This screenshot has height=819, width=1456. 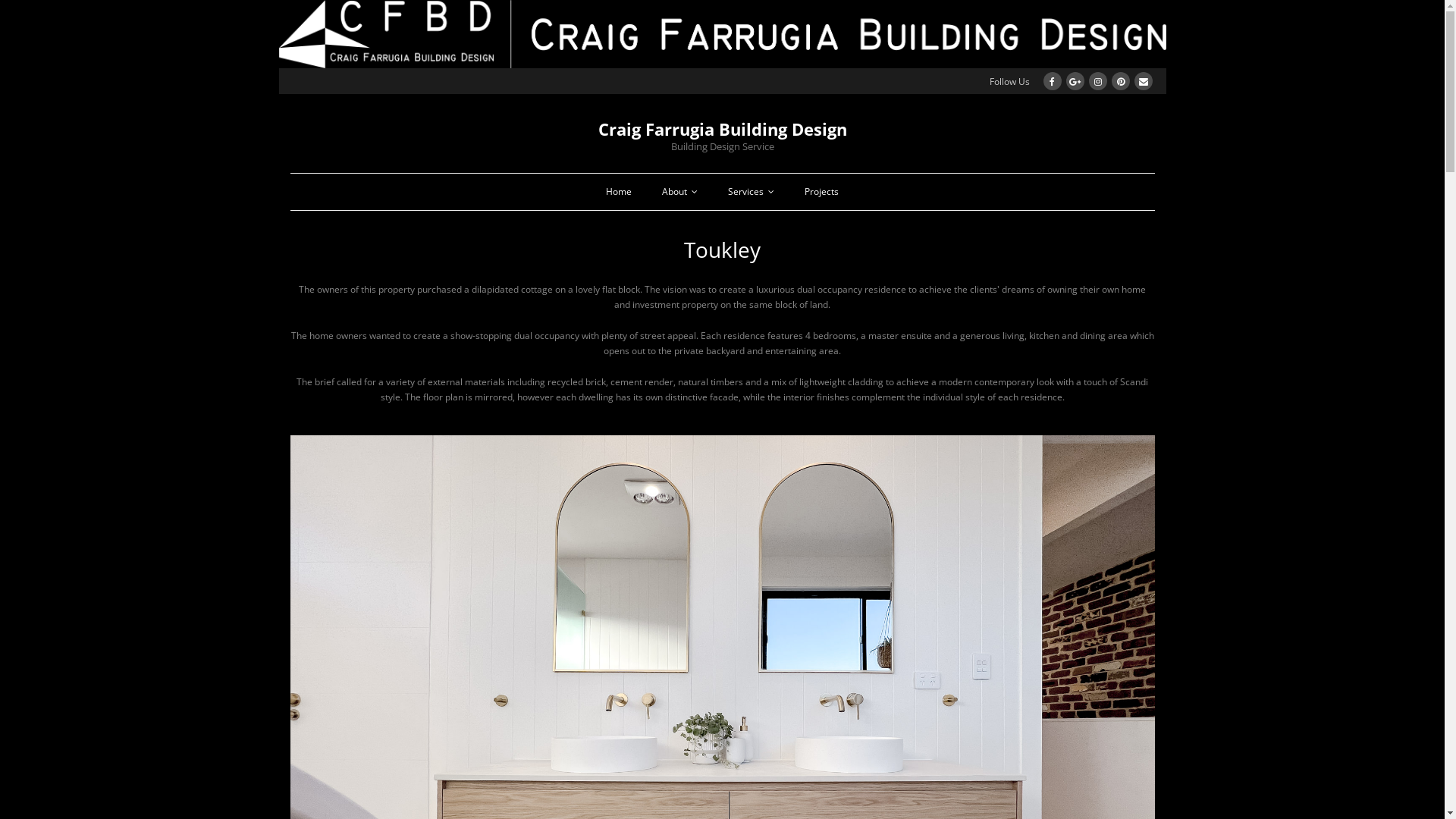 I want to click on 'About', so click(x=679, y=191).